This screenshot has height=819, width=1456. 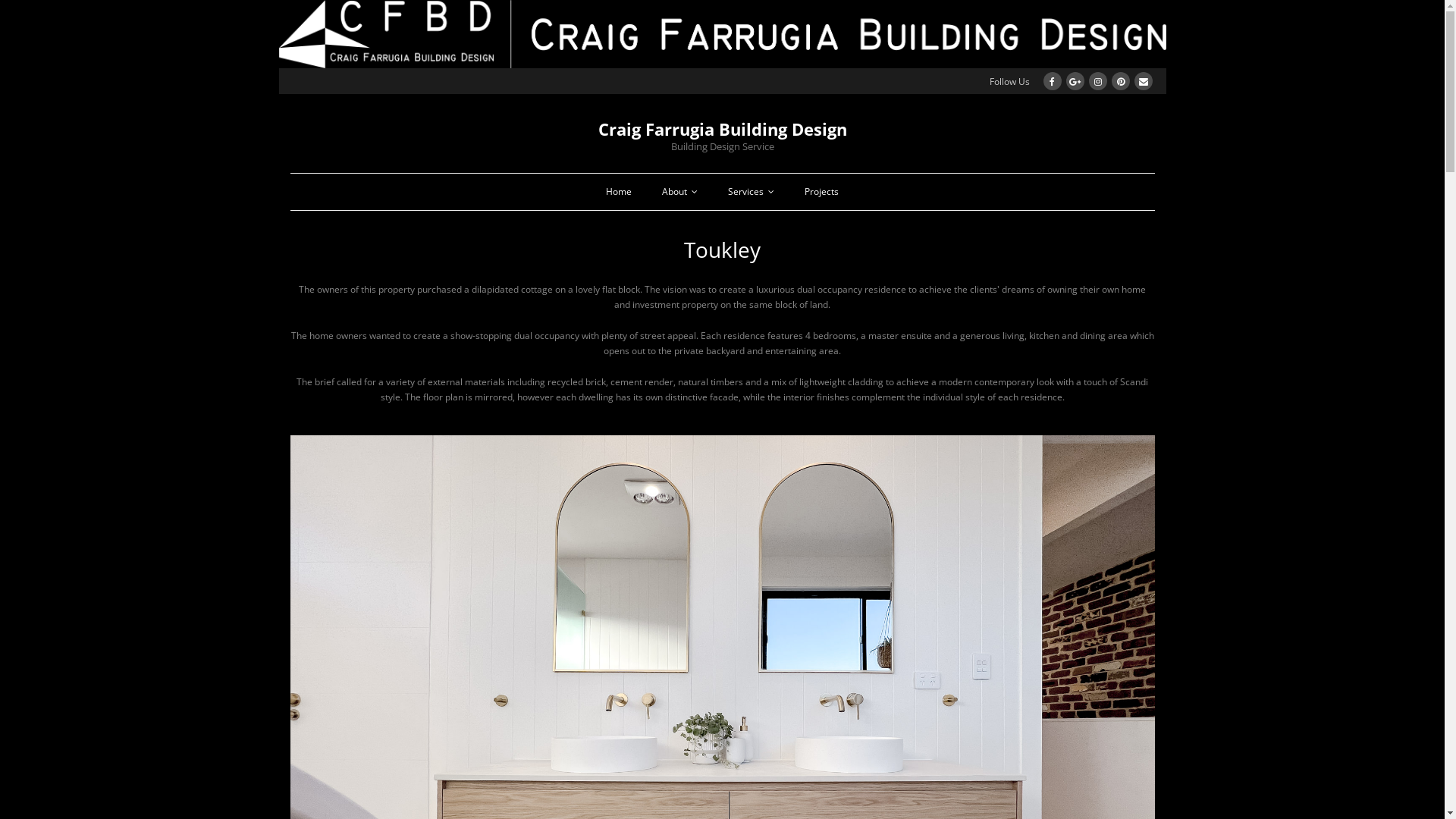 I want to click on 'About', so click(x=679, y=191).